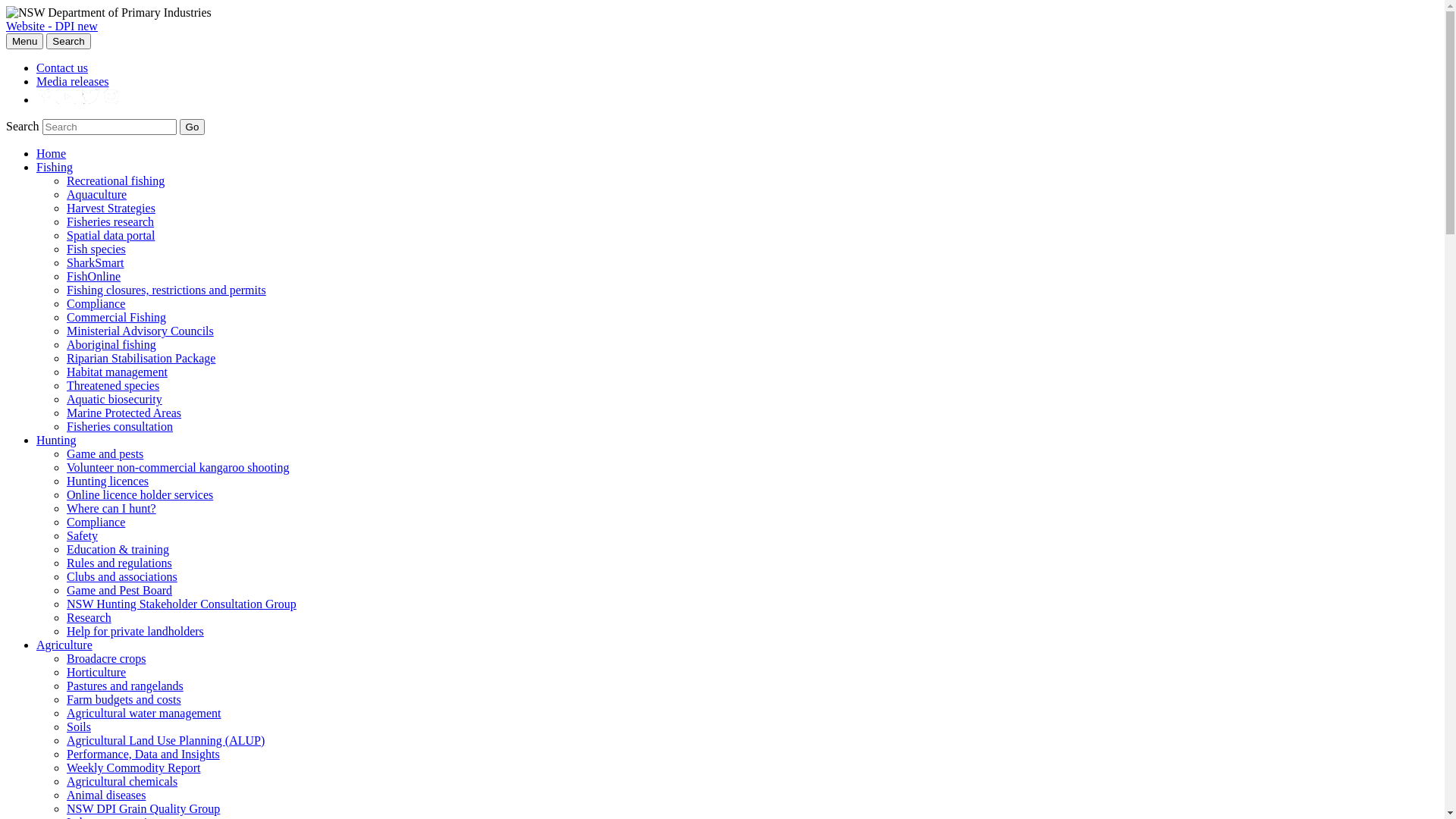 Image resolution: width=1456 pixels, height=819 pixels. I want to click on 'Fishing', so click(55, 167).